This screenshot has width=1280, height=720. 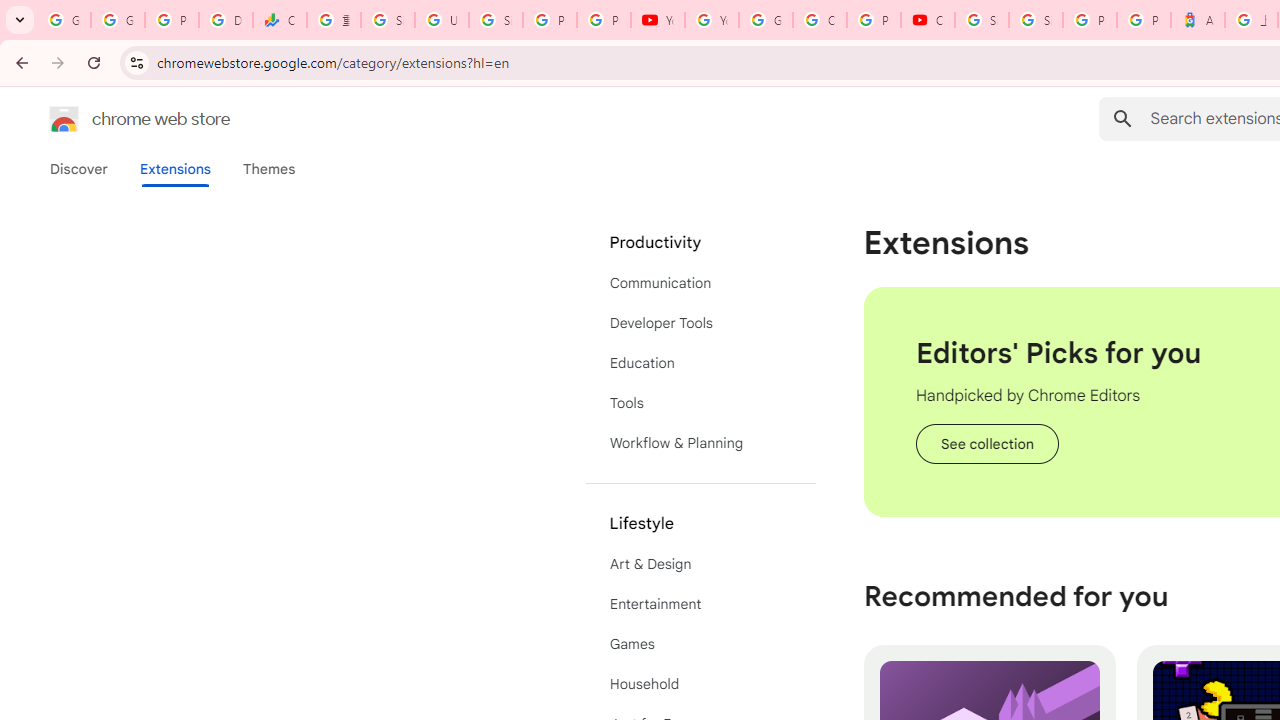 What do you see at coordinates (64, 119) in the screenshot?
I see `'Chrome Web Store logo'` at bounding box center [64, 119].